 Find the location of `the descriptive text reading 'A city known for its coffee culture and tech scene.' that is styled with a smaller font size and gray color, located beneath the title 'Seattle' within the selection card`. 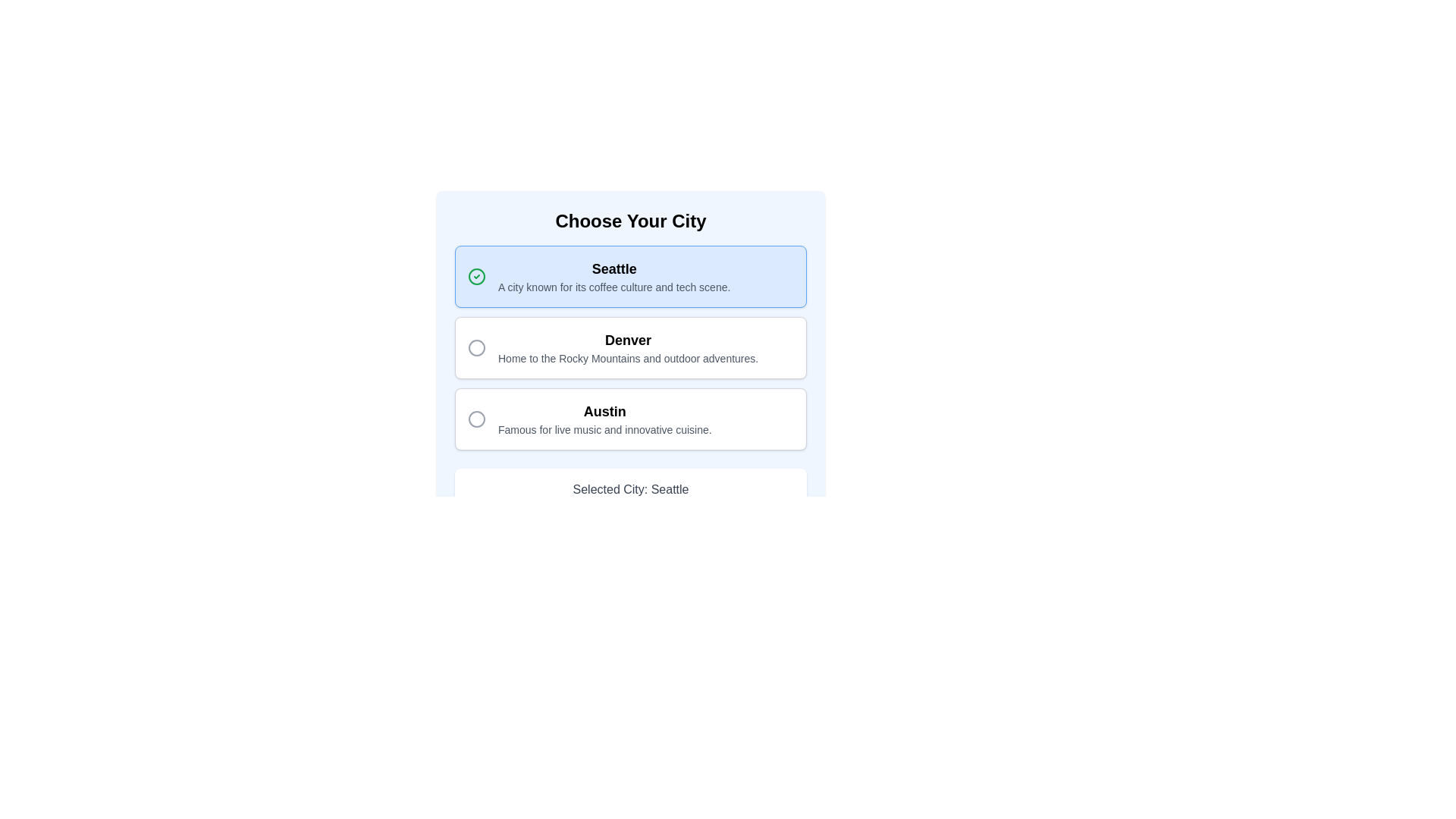

the descriptive text reading 'A city known for its coffee culture and tech scene.' that is styled with a smaller font size and gray color, located beneath the title 'Seattle' within the selection card is located at coordinates (614, 287).